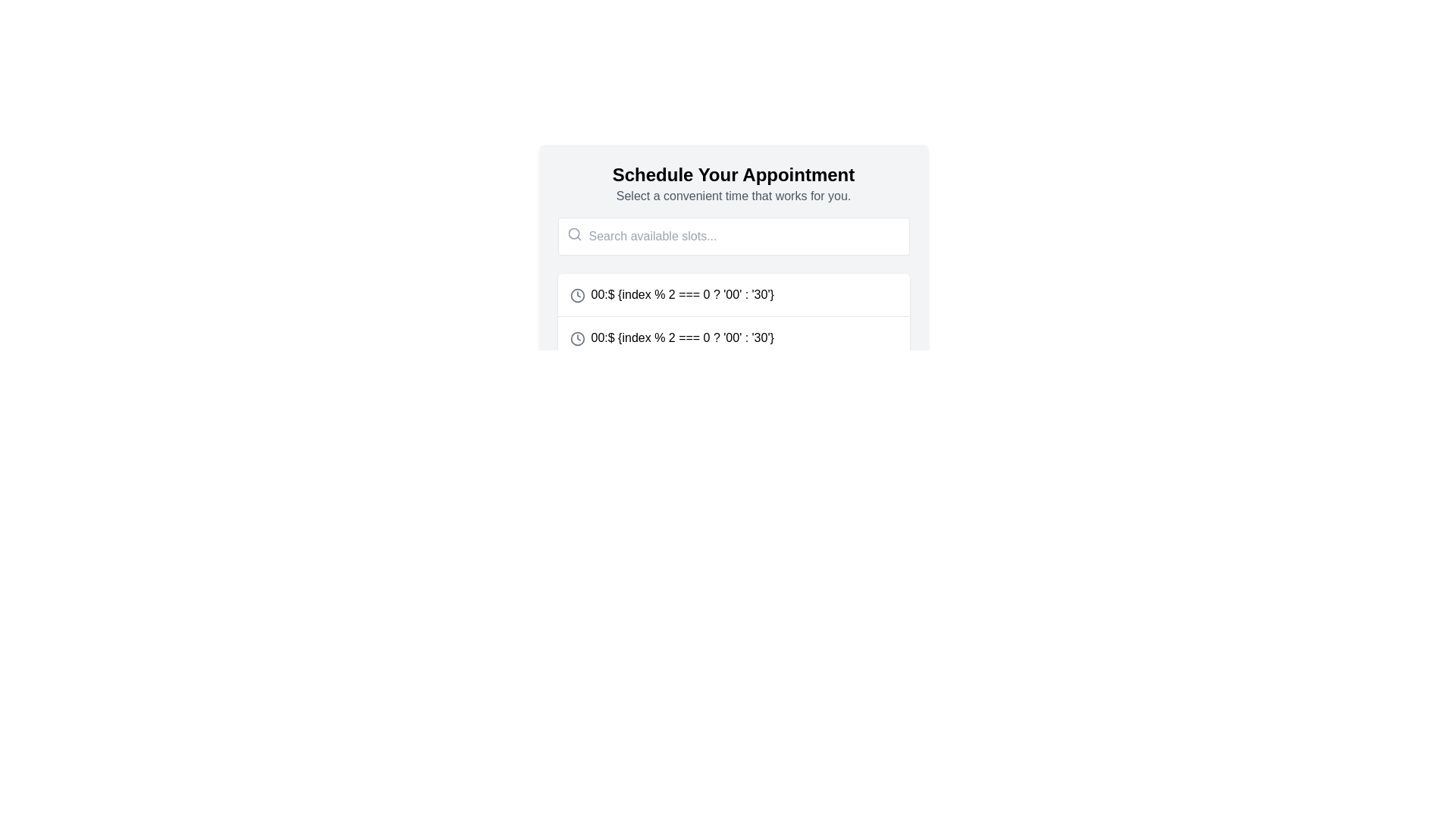 The height and width of the screenshot is (819, 1456). Describe the element at coordinates (576, 337) in the screenshot. I see `the circular border component of the clock face icon, which indicates a time selection feature` at that location.